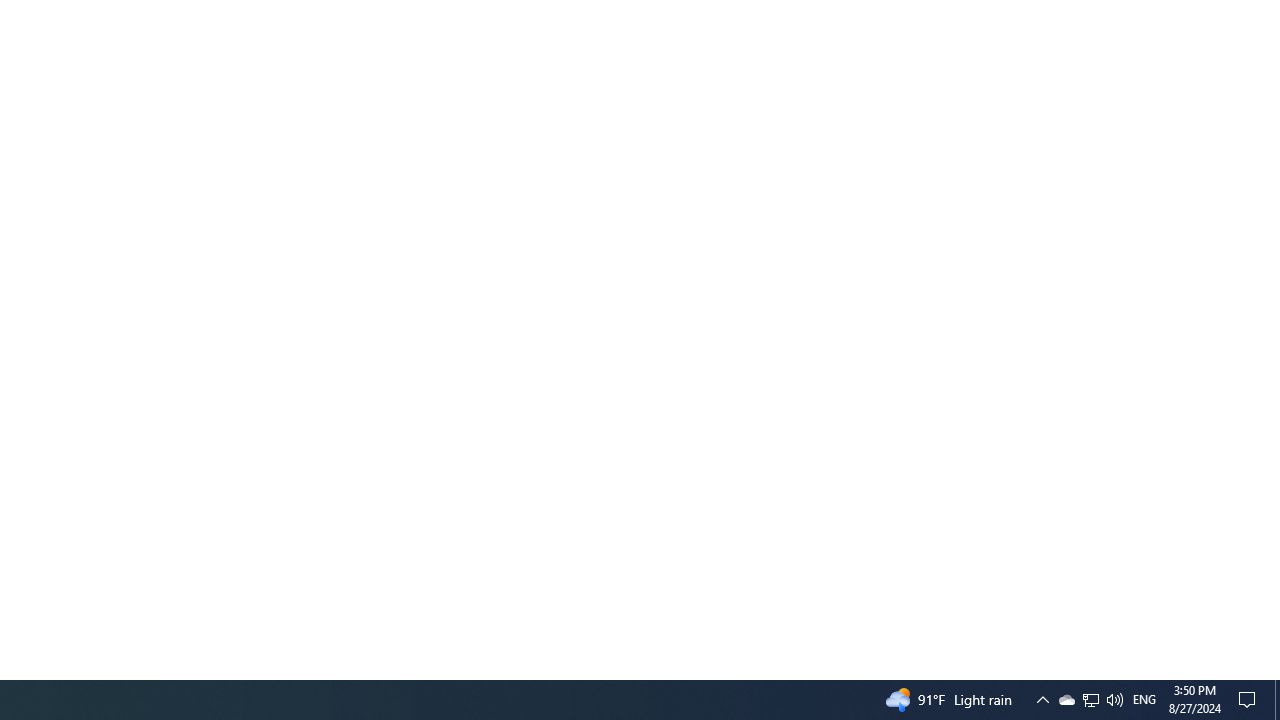  What do you see at coordinates (1041, 698) in the screenshot?
I see `'Notification Chevron'` at bounding box center [1041, 698].